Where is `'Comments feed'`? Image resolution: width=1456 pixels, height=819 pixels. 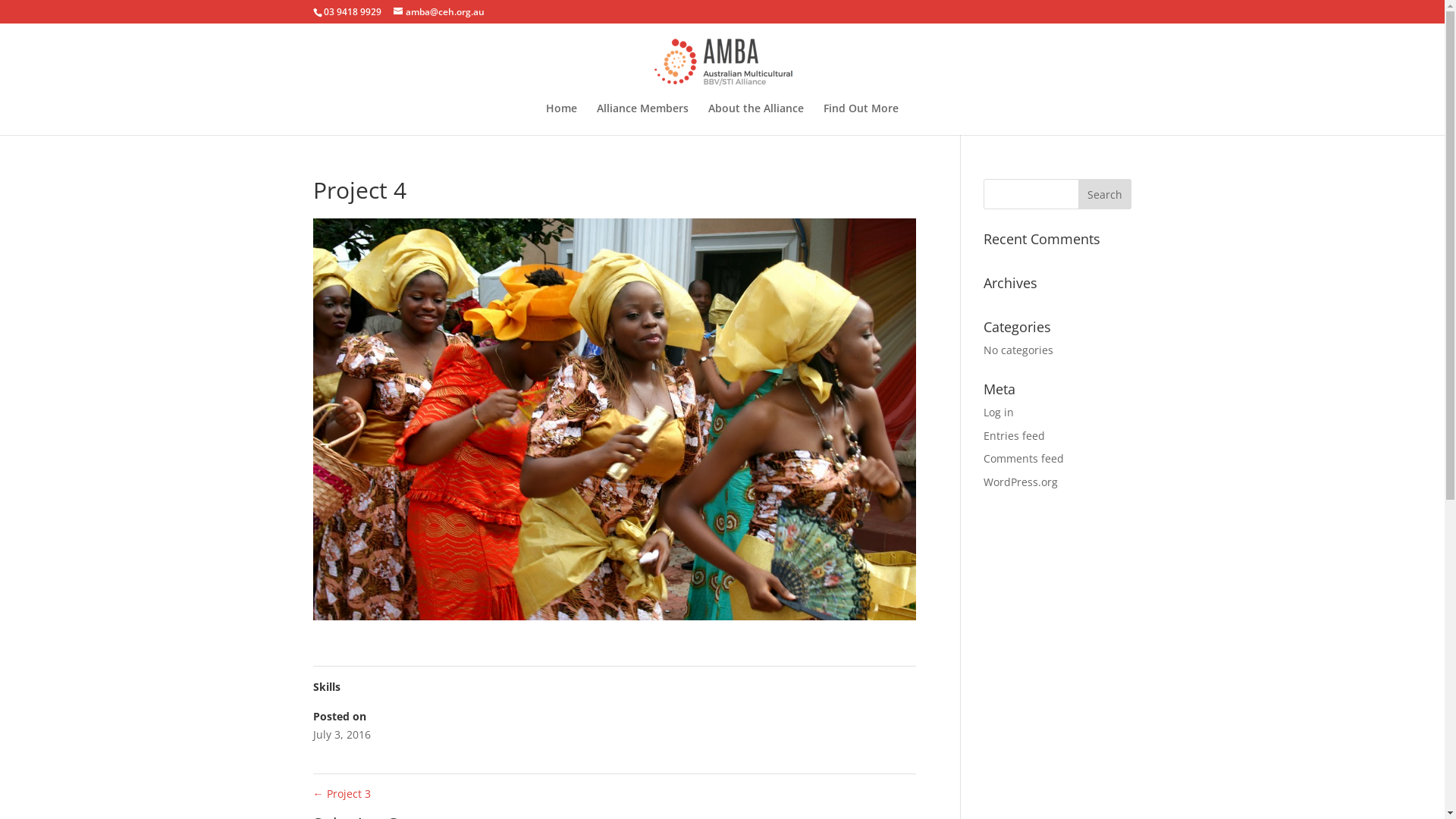 'Comments feed' is located at coordinates (1023, 457).